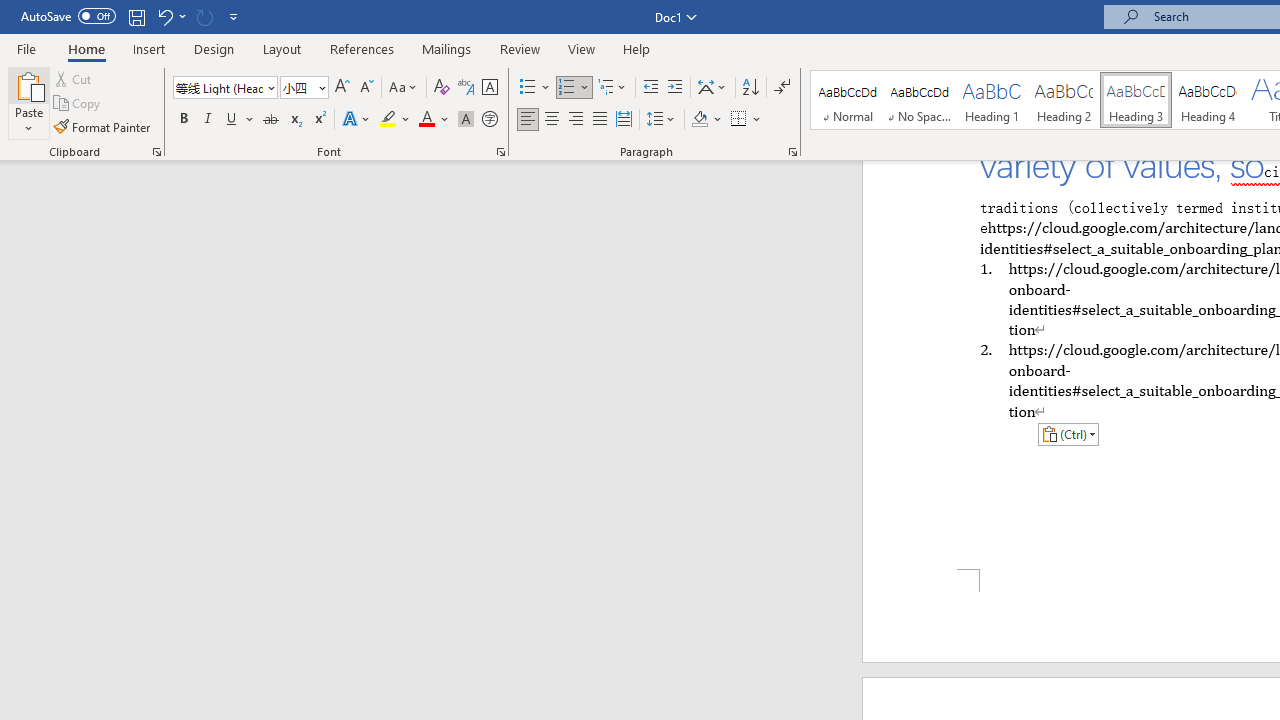 The image size is (1280, 720). Describe the element at coordinates (318, 119) in the screenshot. I see `'Superscript'` at that location.